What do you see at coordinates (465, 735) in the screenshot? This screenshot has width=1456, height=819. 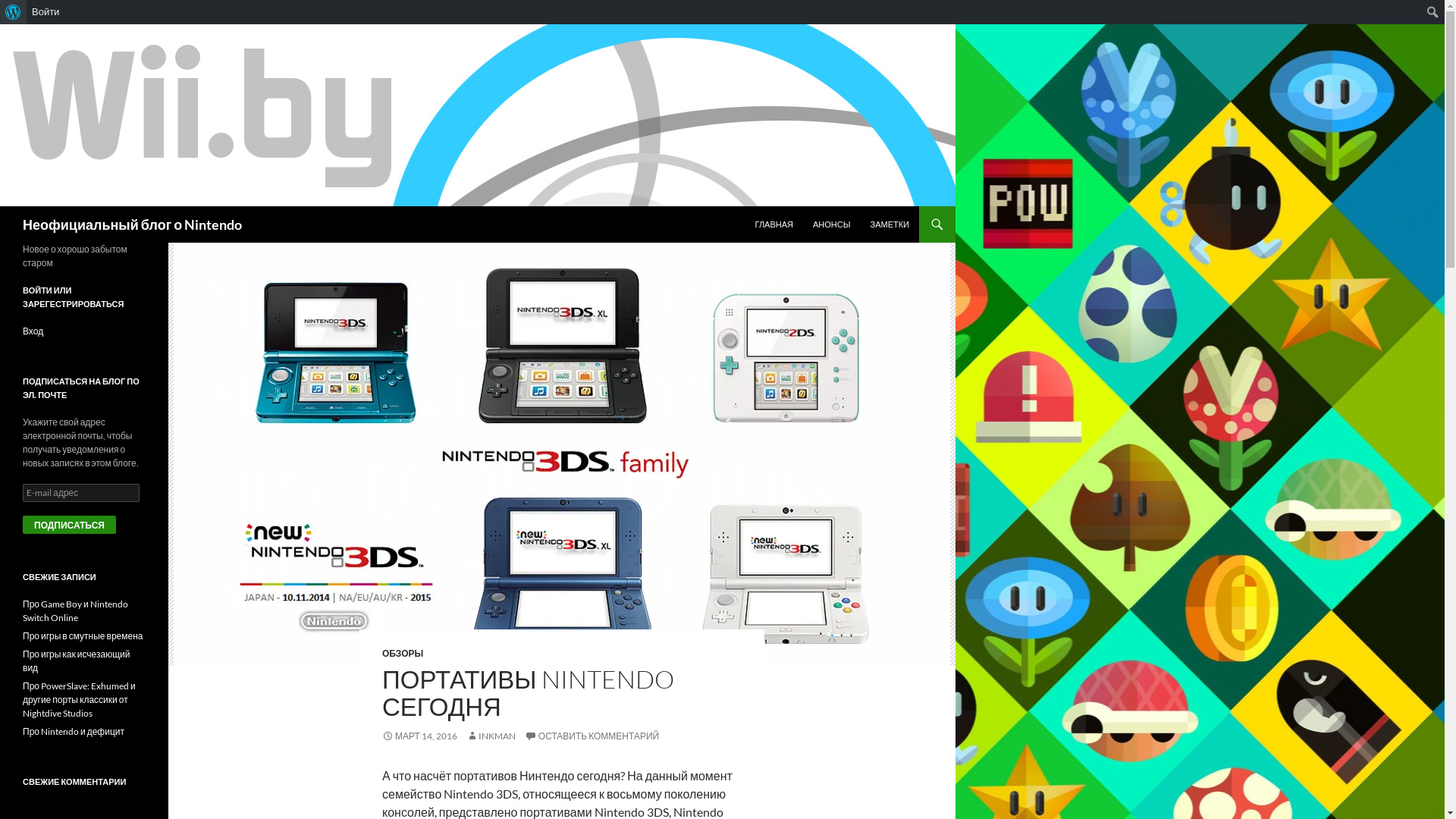 I see `'INKMAN'` at bounding box center [465, 735].